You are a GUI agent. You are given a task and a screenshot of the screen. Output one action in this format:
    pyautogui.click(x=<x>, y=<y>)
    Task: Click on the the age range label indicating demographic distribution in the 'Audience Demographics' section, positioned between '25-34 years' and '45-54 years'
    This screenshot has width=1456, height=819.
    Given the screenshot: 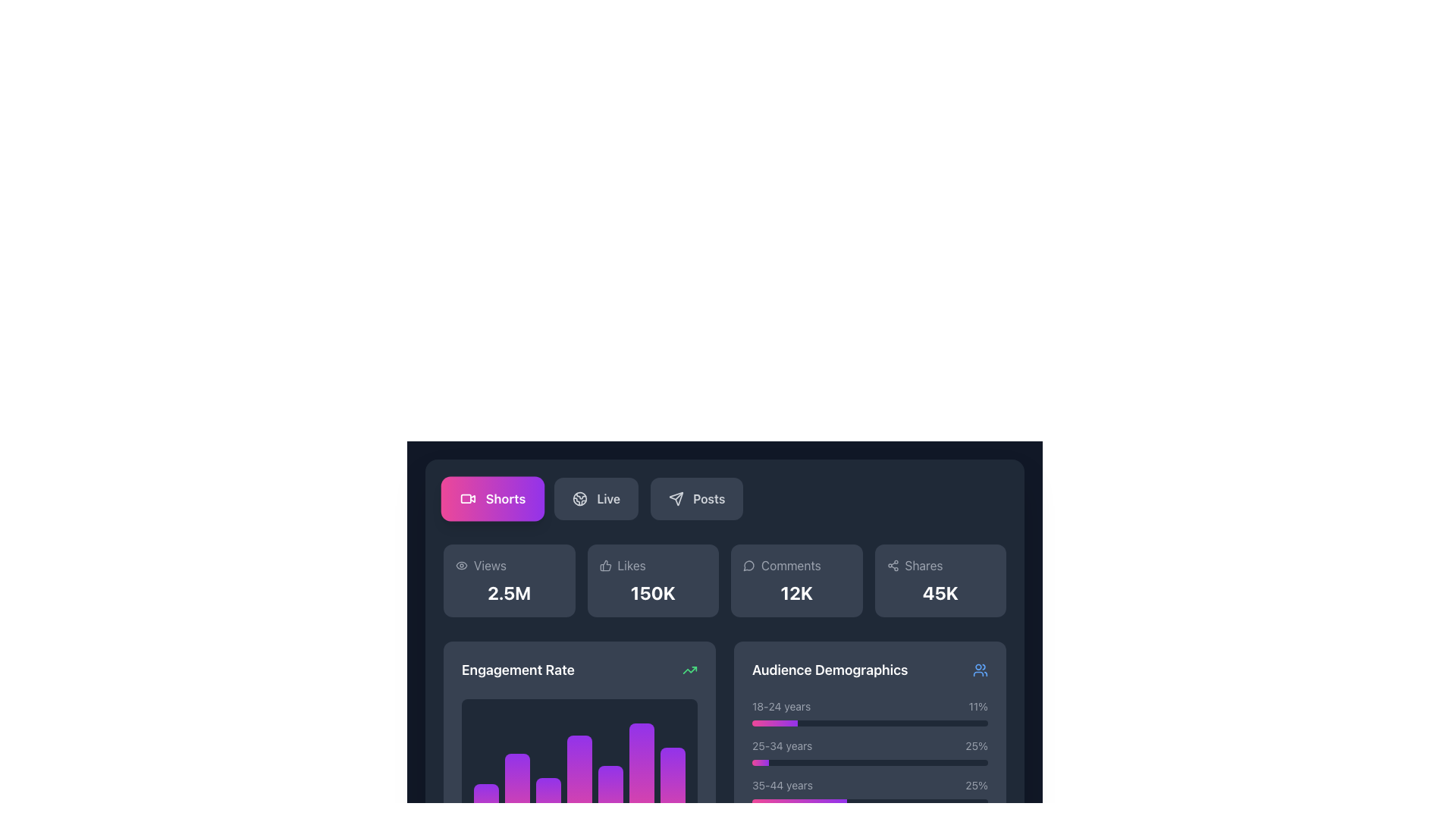 What is the action you would take?
    pyautogui.click(x=783, y=785)
    